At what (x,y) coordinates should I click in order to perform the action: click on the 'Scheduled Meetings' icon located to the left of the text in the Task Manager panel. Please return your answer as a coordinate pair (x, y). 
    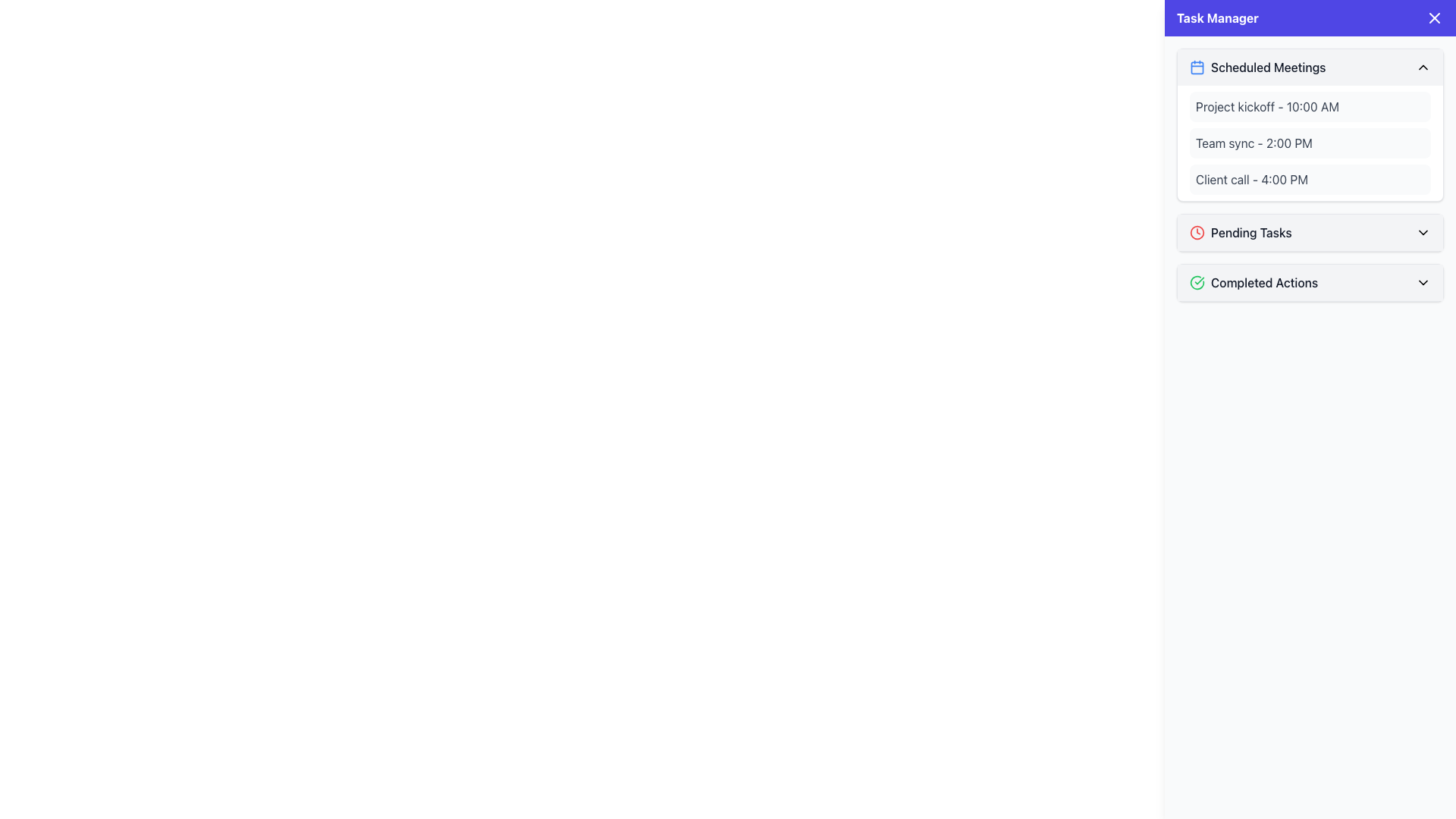
    Looking at the image, I should click on (1197, 66).